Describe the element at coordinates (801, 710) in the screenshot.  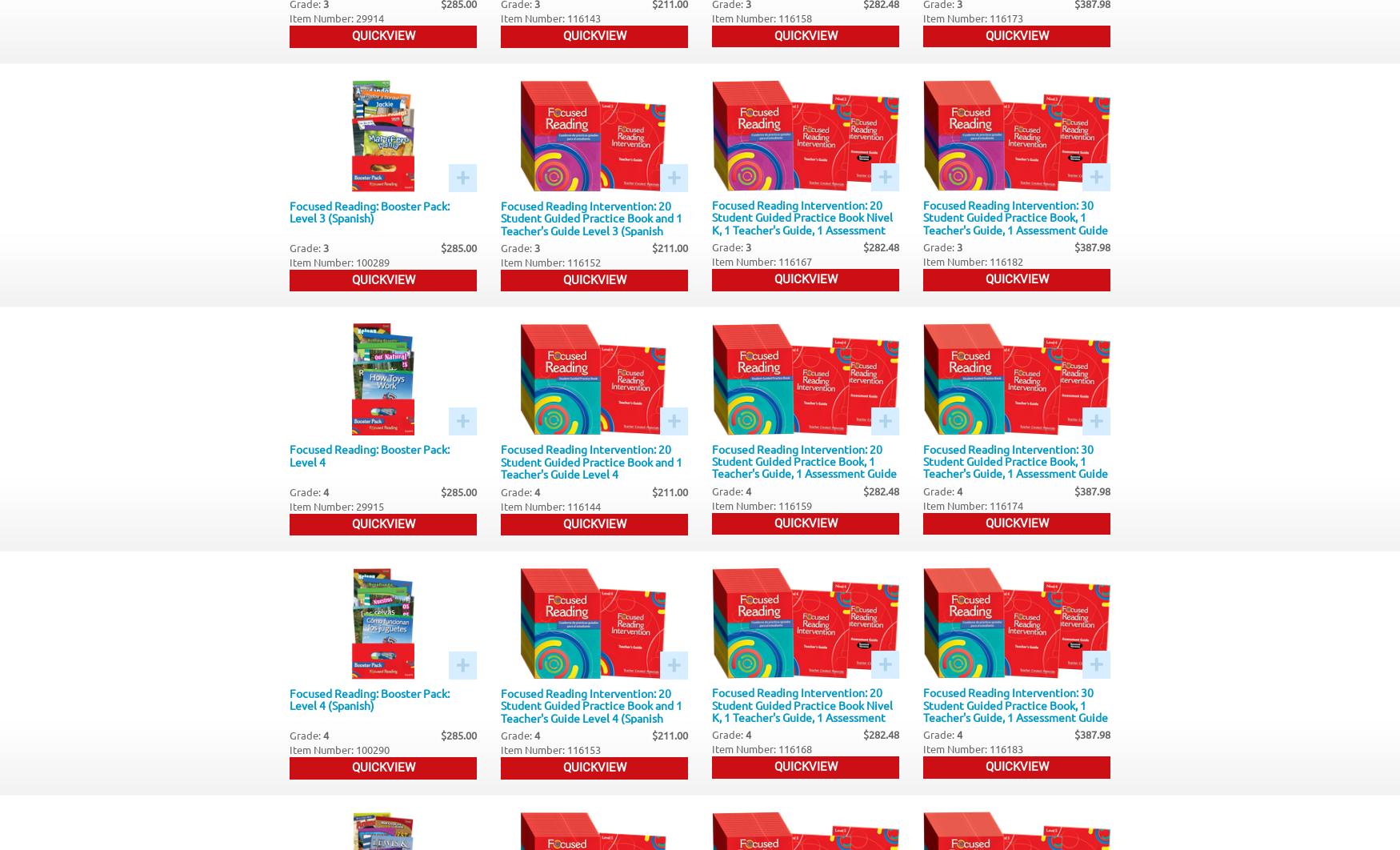
I see `'Focused Reading Intervention: 20 Student Guided Practice Book Nivel K, 1 Teacher's Guide, 1 Assessment Guide Level 4 (Spanish Version)'` at that location.